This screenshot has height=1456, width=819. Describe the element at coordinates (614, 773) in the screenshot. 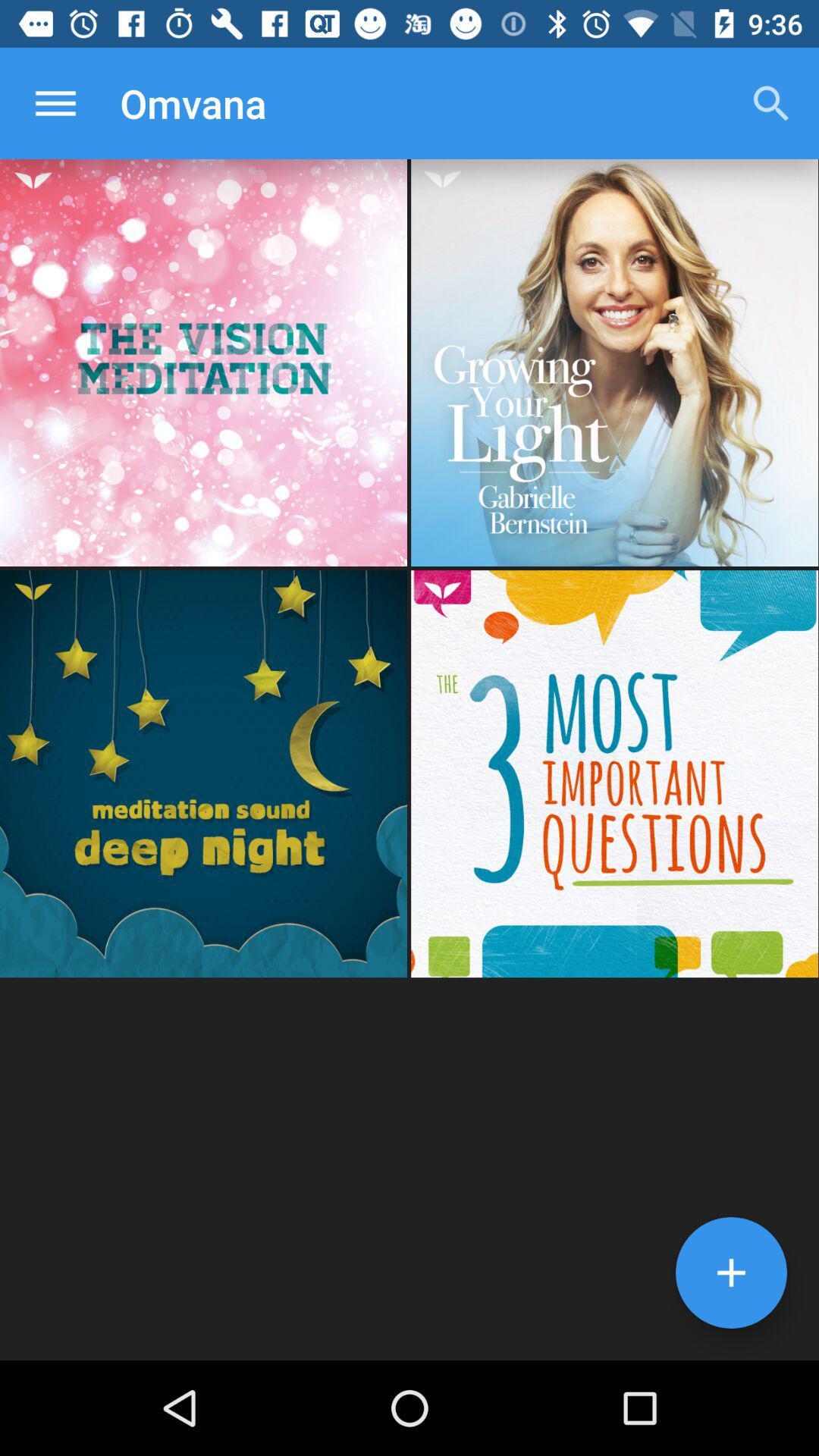

I see `the picture is the second line which is at the right side of the page` at that location.